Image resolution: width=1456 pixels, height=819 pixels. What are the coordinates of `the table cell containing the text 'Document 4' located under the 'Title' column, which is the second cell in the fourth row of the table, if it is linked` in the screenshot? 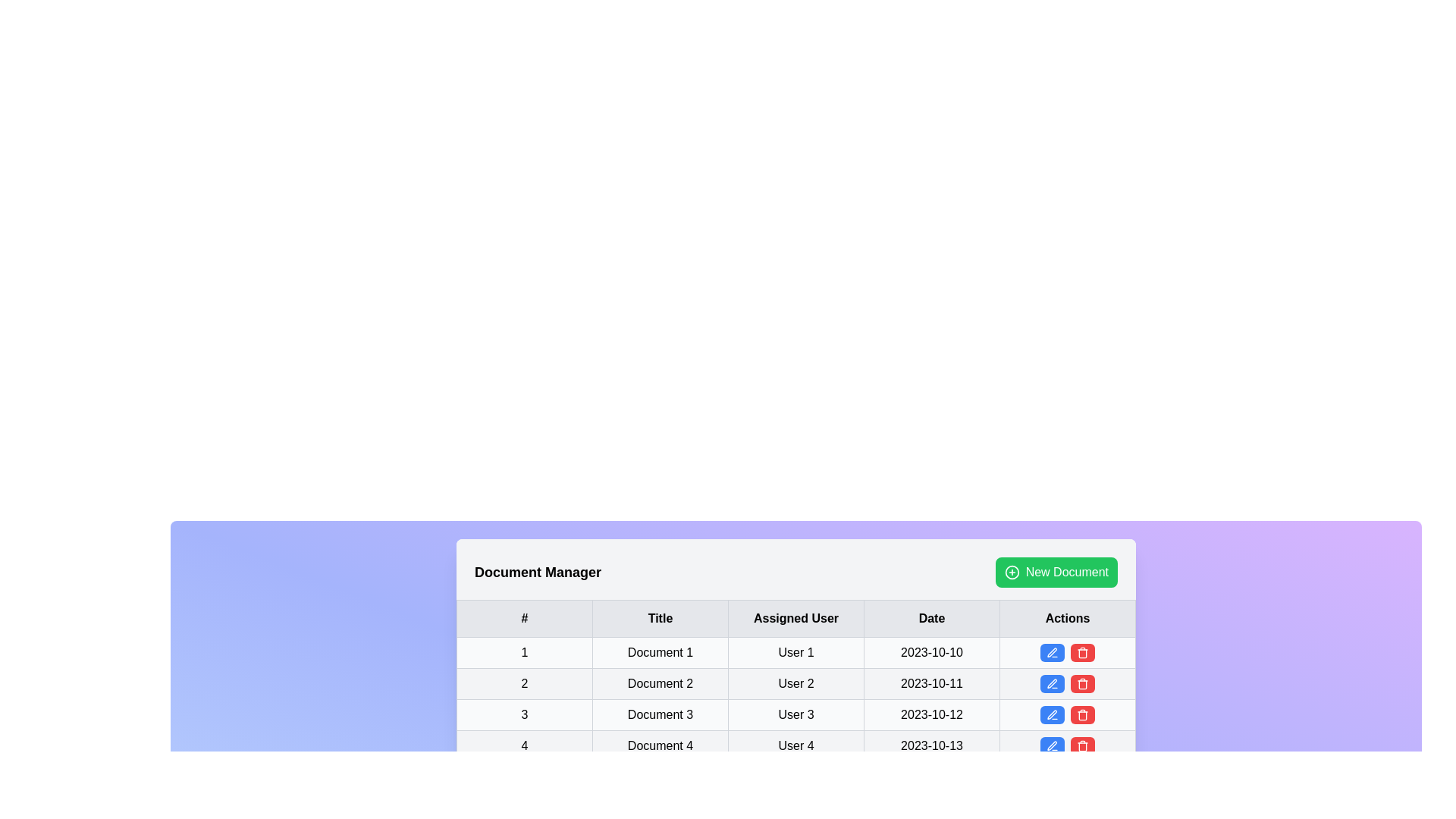 It's located at (660, 745).